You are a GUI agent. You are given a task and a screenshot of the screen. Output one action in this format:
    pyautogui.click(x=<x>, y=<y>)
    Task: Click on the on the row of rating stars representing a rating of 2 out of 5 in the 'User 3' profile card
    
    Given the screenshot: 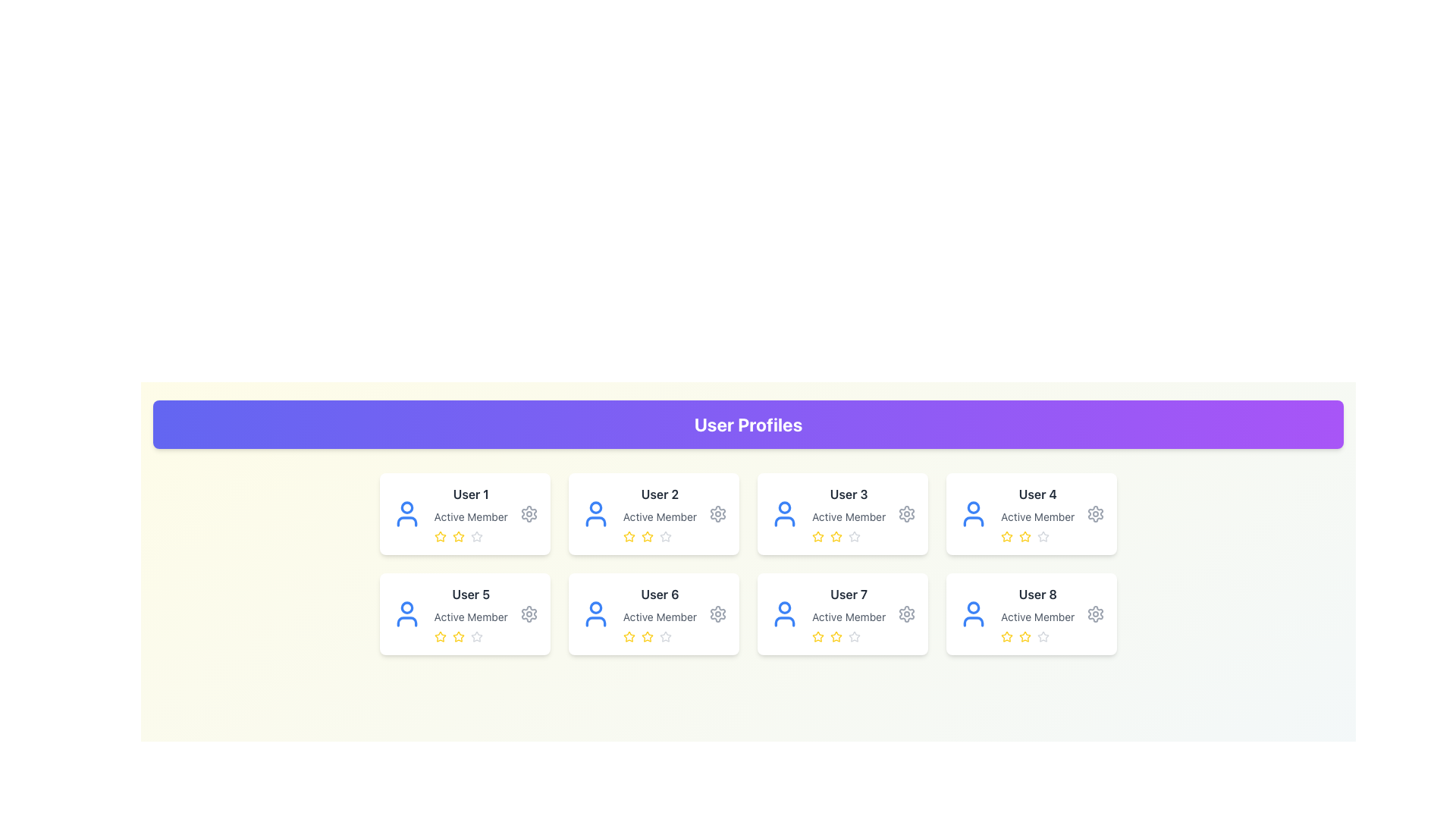 What is the action you would take?
    pyautogui.click(x=848, y=536)
    